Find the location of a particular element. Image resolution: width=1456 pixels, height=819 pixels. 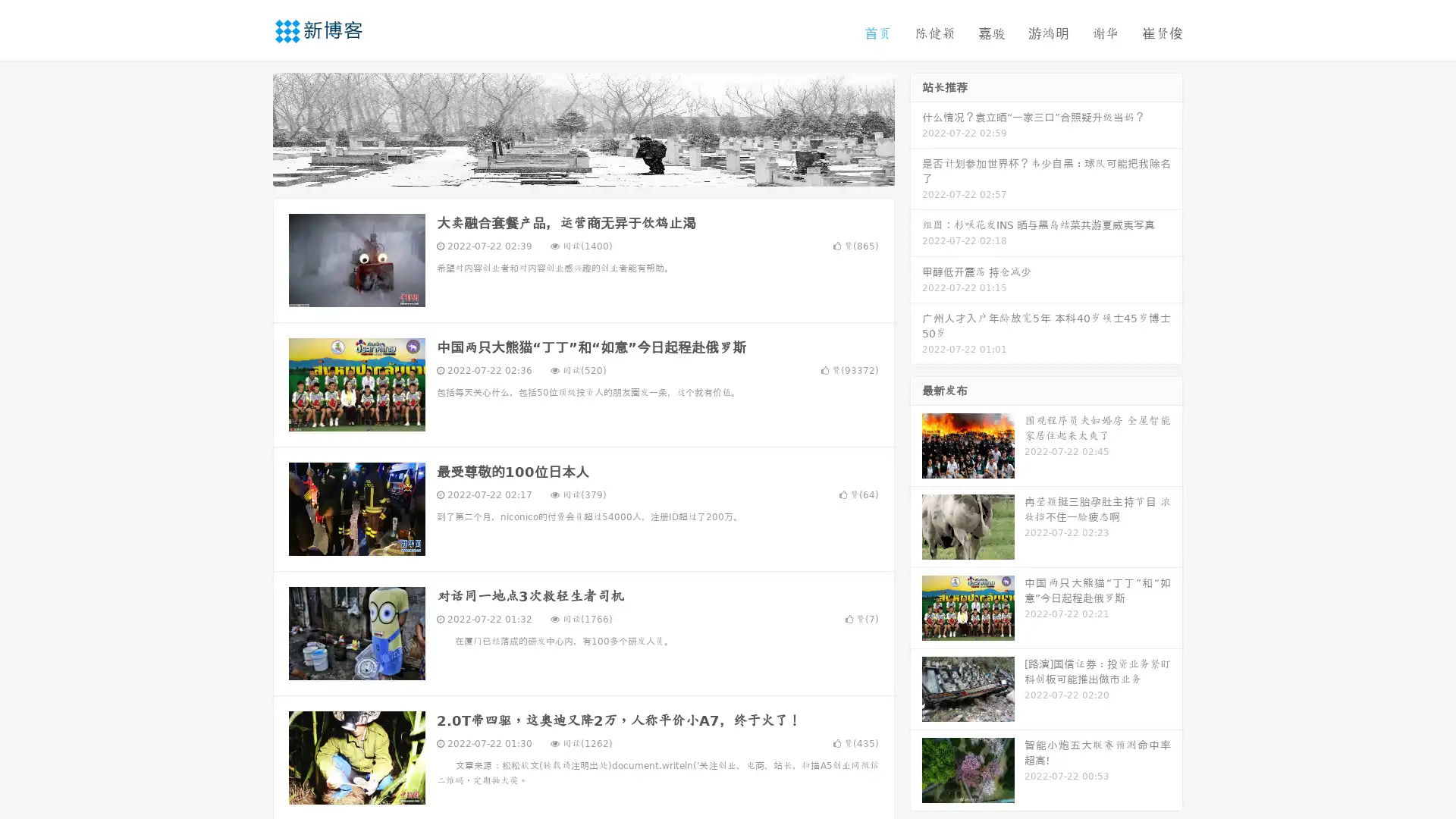

Go to slide 1 is located at coordinates (567, 171).